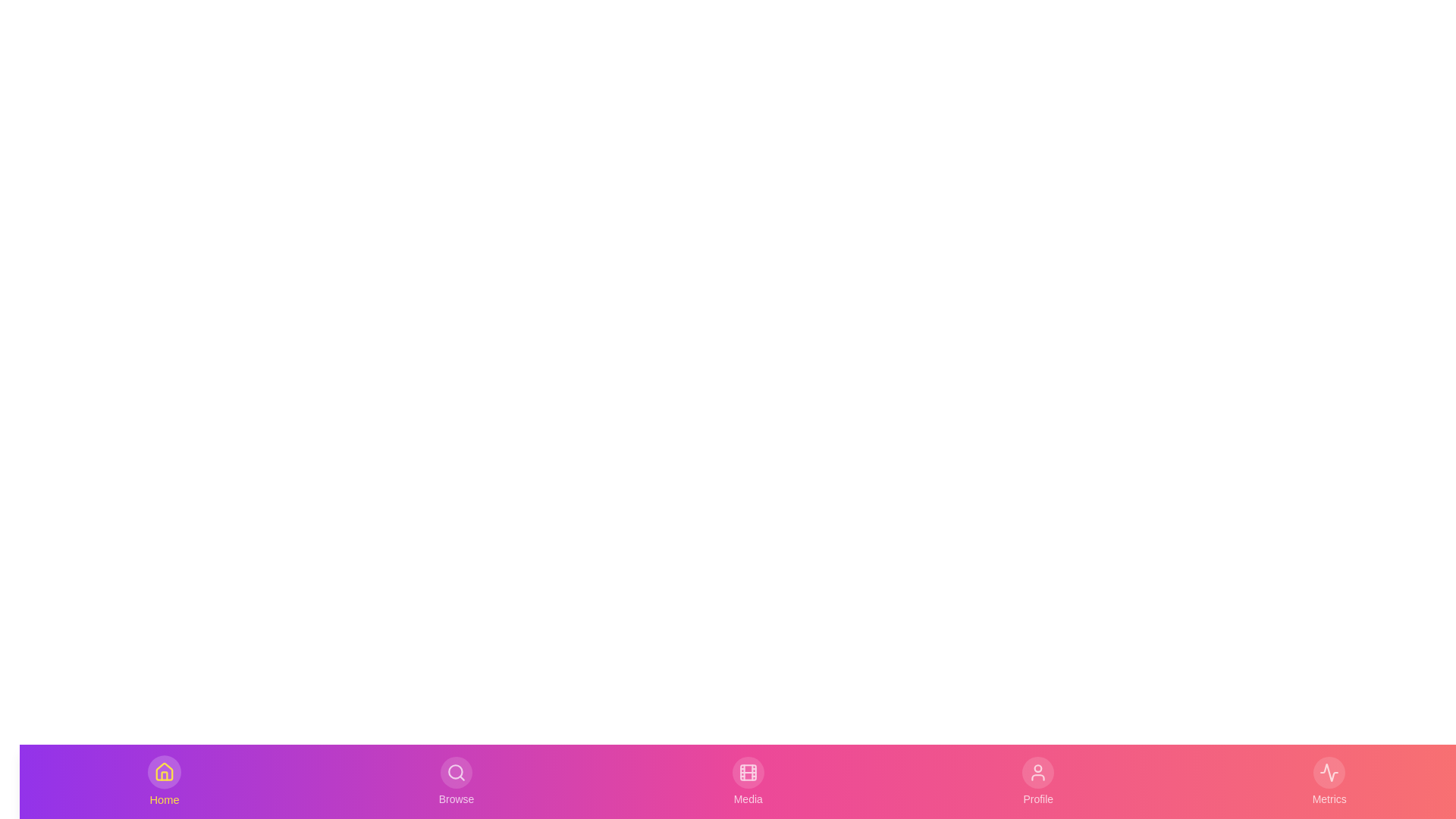 The width and height of the screenshot is (1456, 819). I want to click on the Browse tab to view its interaction effects, so click(455, 781).